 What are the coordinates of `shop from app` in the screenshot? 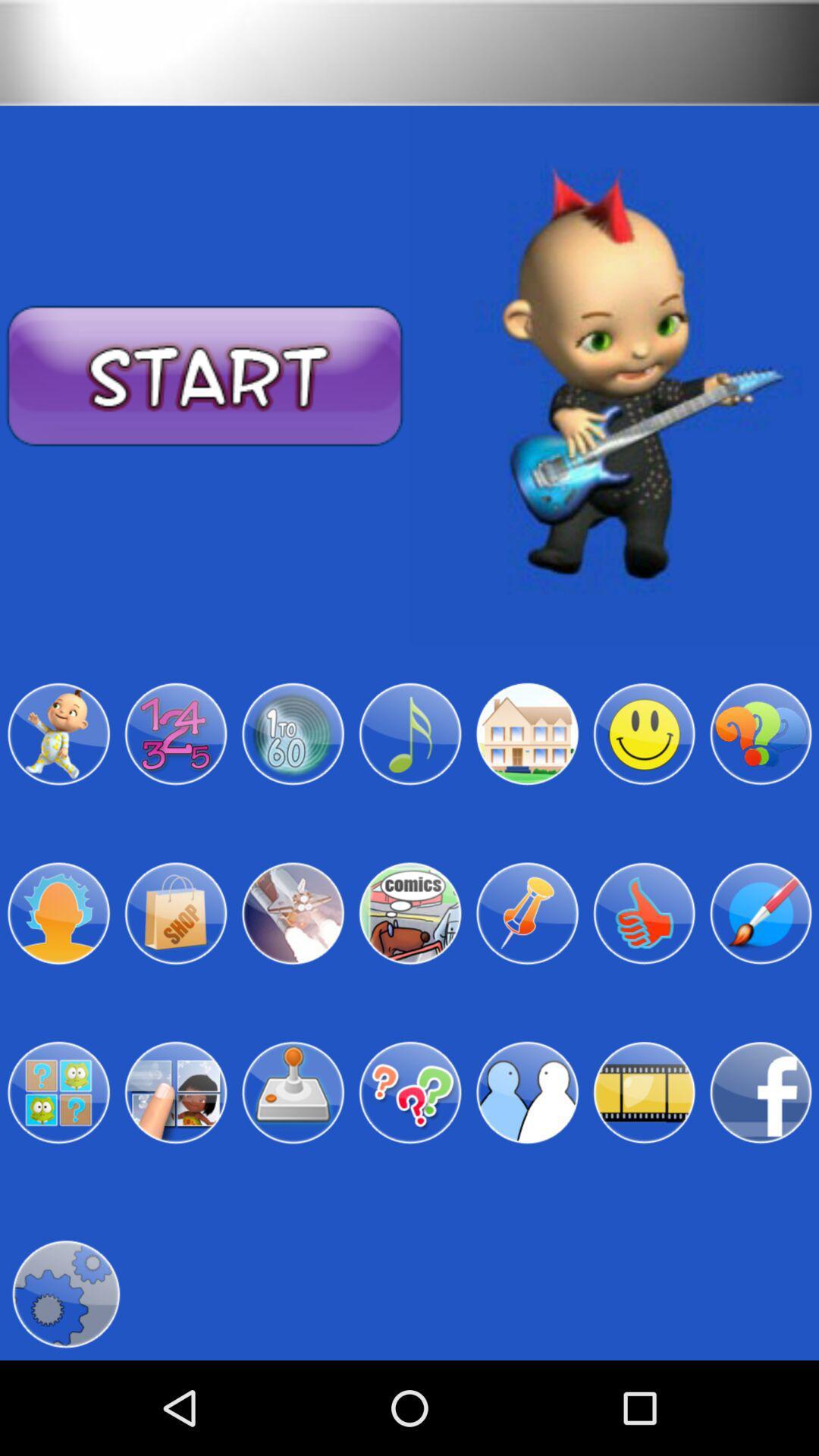 It's located at (174, 912).